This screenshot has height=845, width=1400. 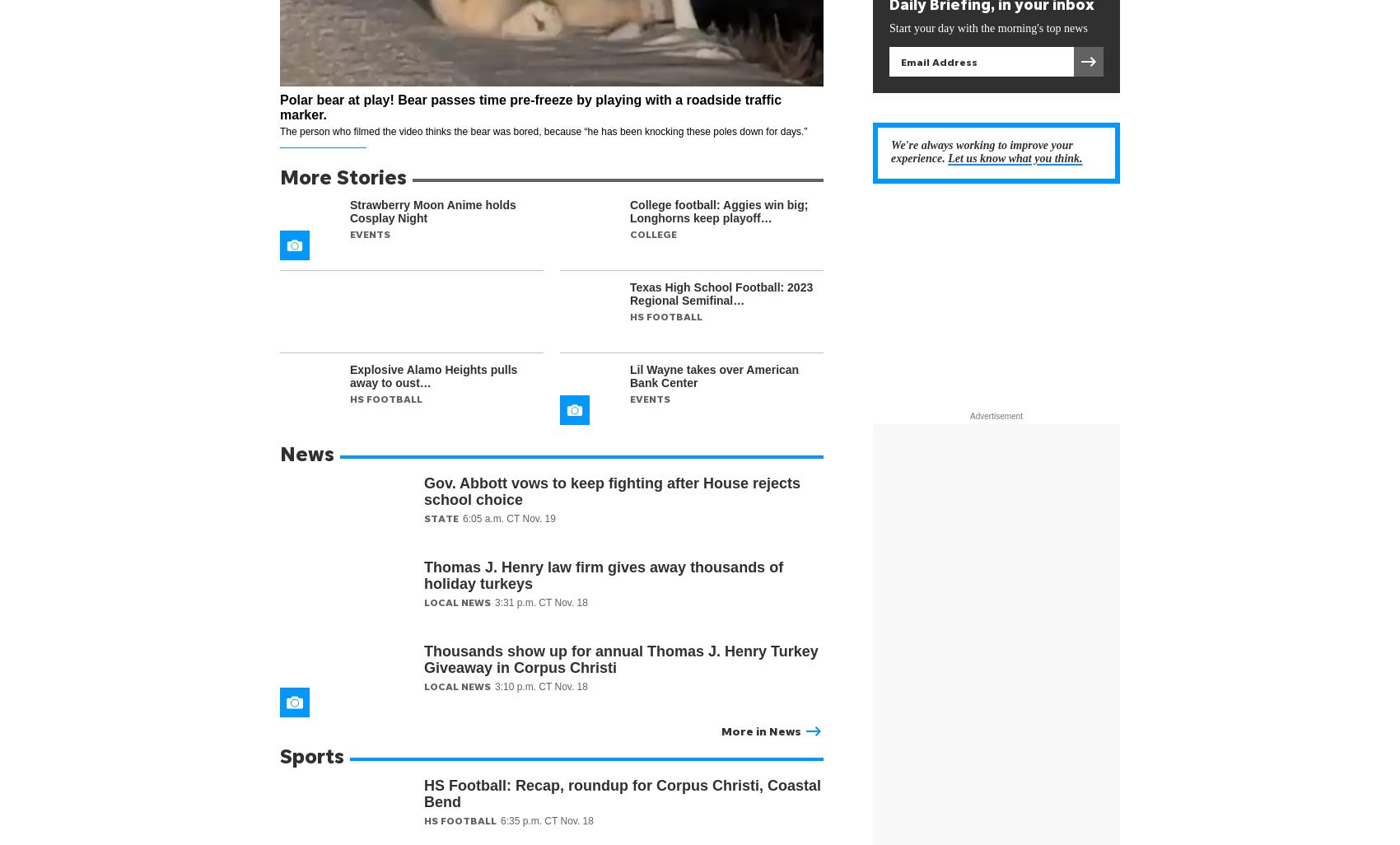 What do you see at coordinates (619, 658) in the screenshot?
I see `'Thousands show up for annual Thomas J. Henry Turkey Giveaway in Corpus Christi'` at bounding box center [619, 658].